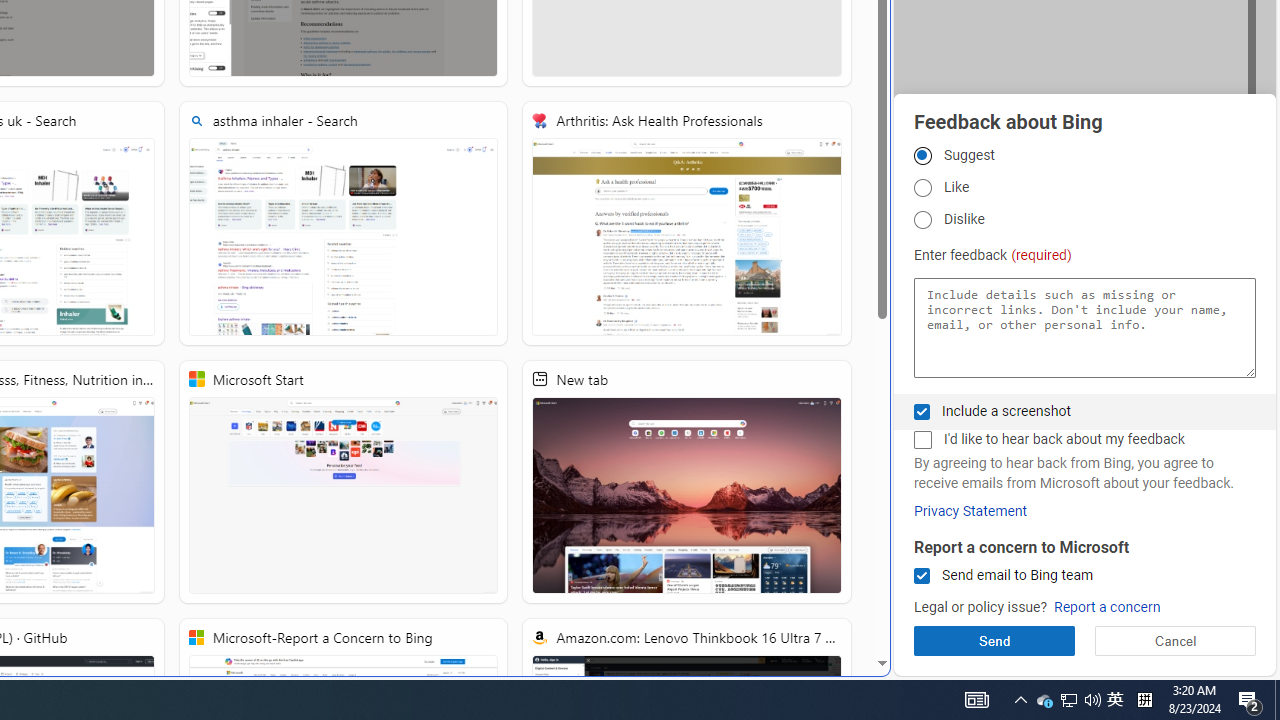 This screenshot has width=1280, height=720. Describe the element at coordinates (1175, 640) in the screenshot. I see `'Cancel'` at that location.